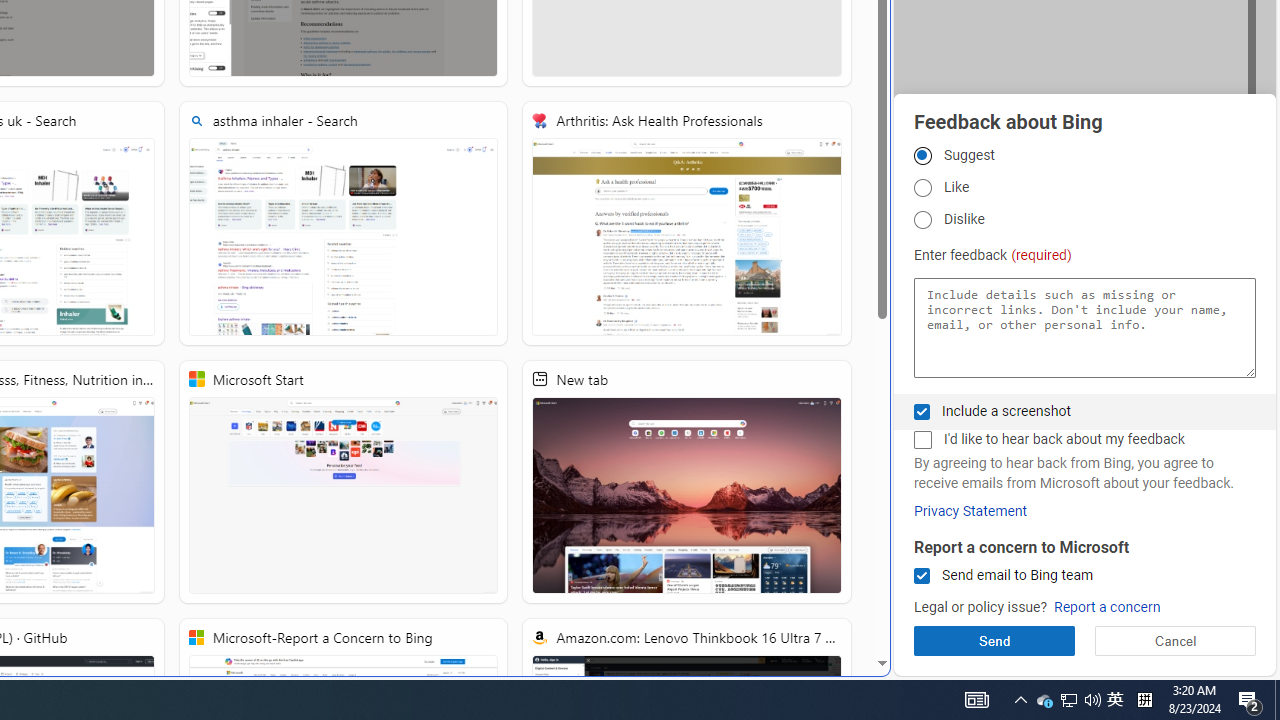 This screenshot has width=1280, height=720. Describe the element at coordinates (1175, 640) in the screenshot. I see `'Cancel'` at that location.